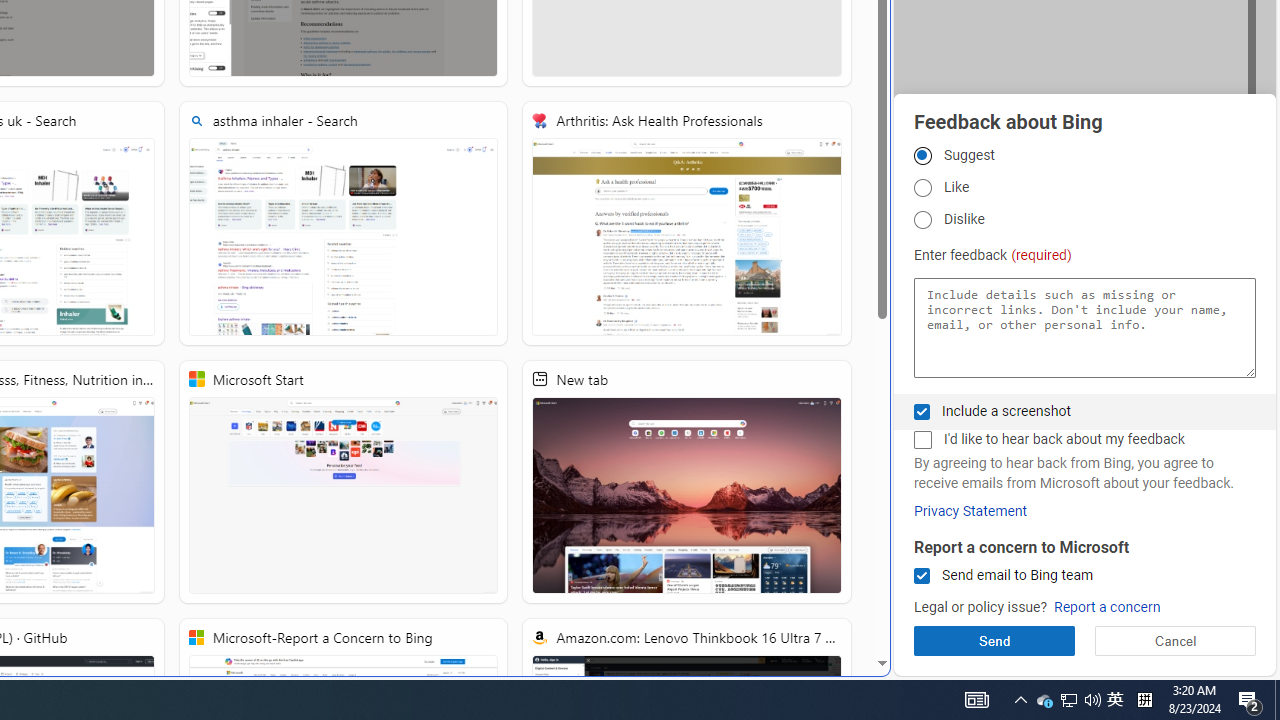 This screenshot has width=1280, height=720. Describe the element at coordinates (1175, 640) in the screenshot. I see `'Cancel'` at that location.